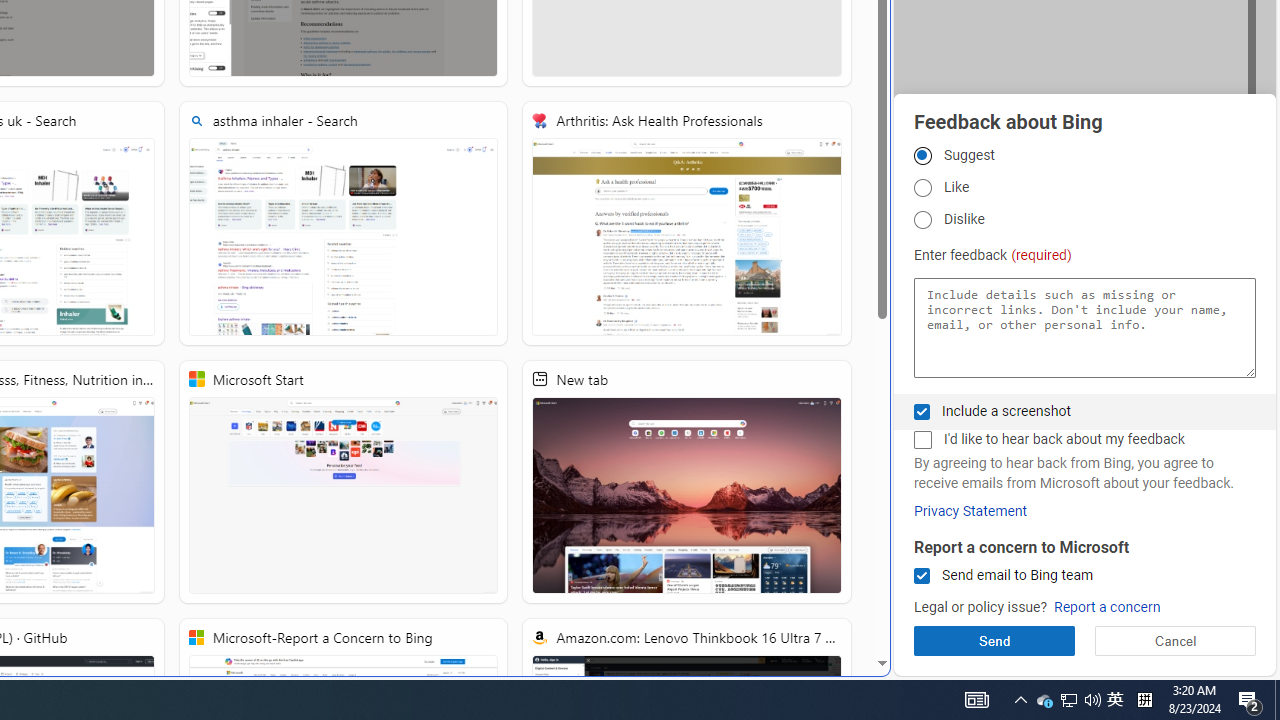 This screenshot has width=1280, height=720. Describe the element at coordinates (1175, 640) in the screenshot. I see `'Cancel'` at that location.